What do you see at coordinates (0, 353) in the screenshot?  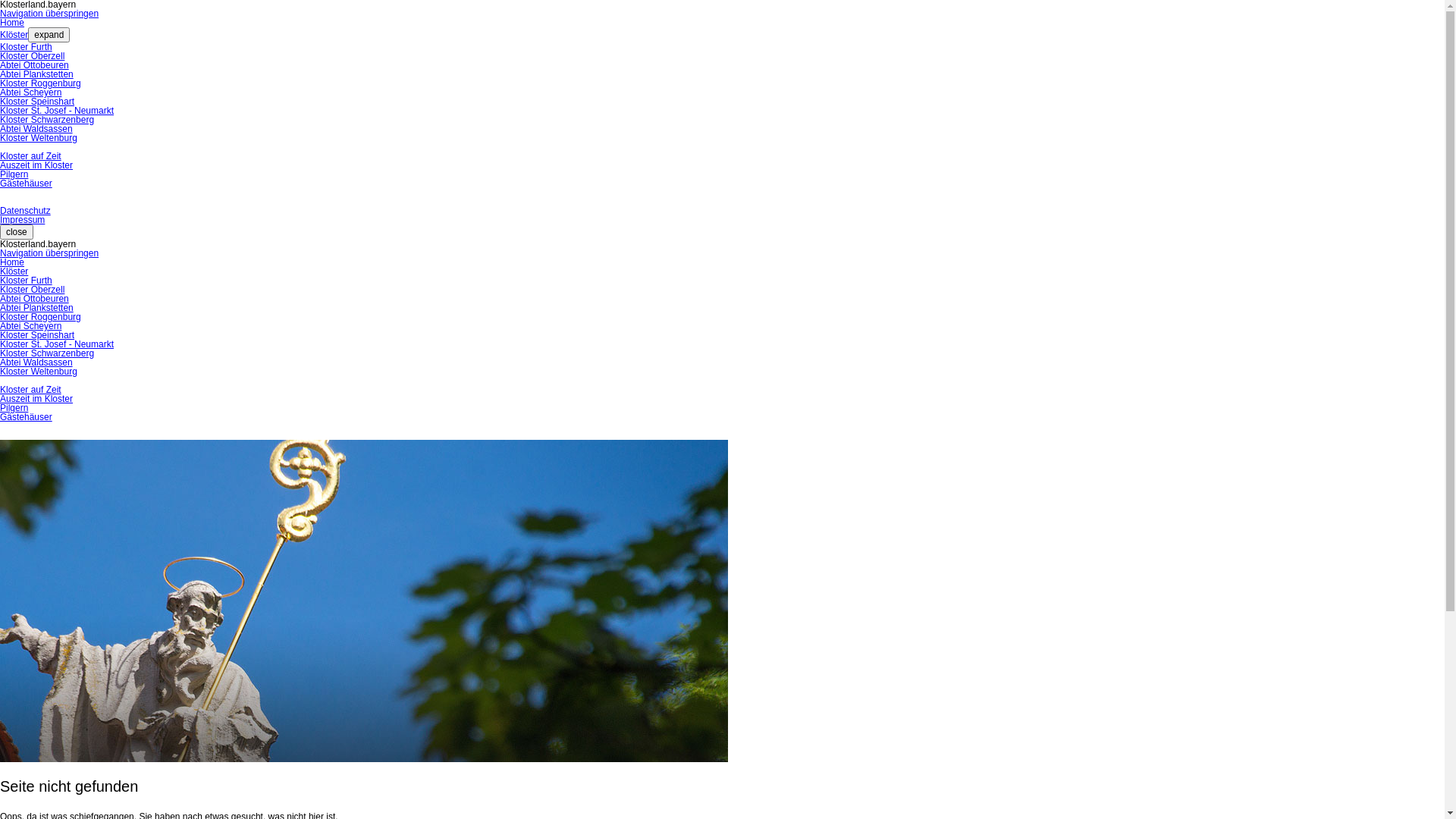 I see `'Kloster Schwarzenberg'` at bounding box center [0, 353].